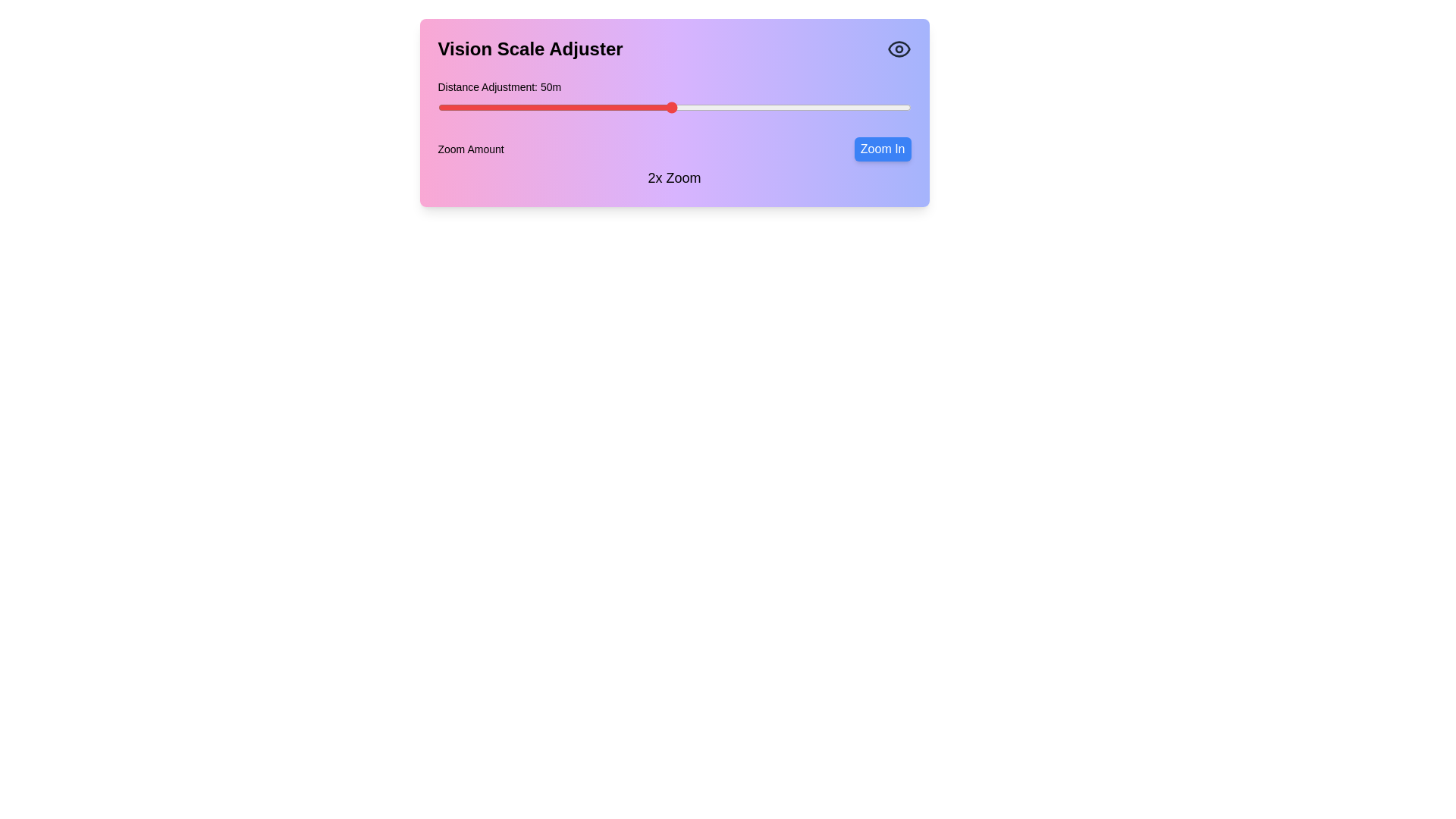  Describe the element at coordinates (882, 149) in the screenshot. I see `the 'Zoom In' button, which is a rectangular button with a blue background and white text, located in the bottom-right corner of the card-like component` at that location.